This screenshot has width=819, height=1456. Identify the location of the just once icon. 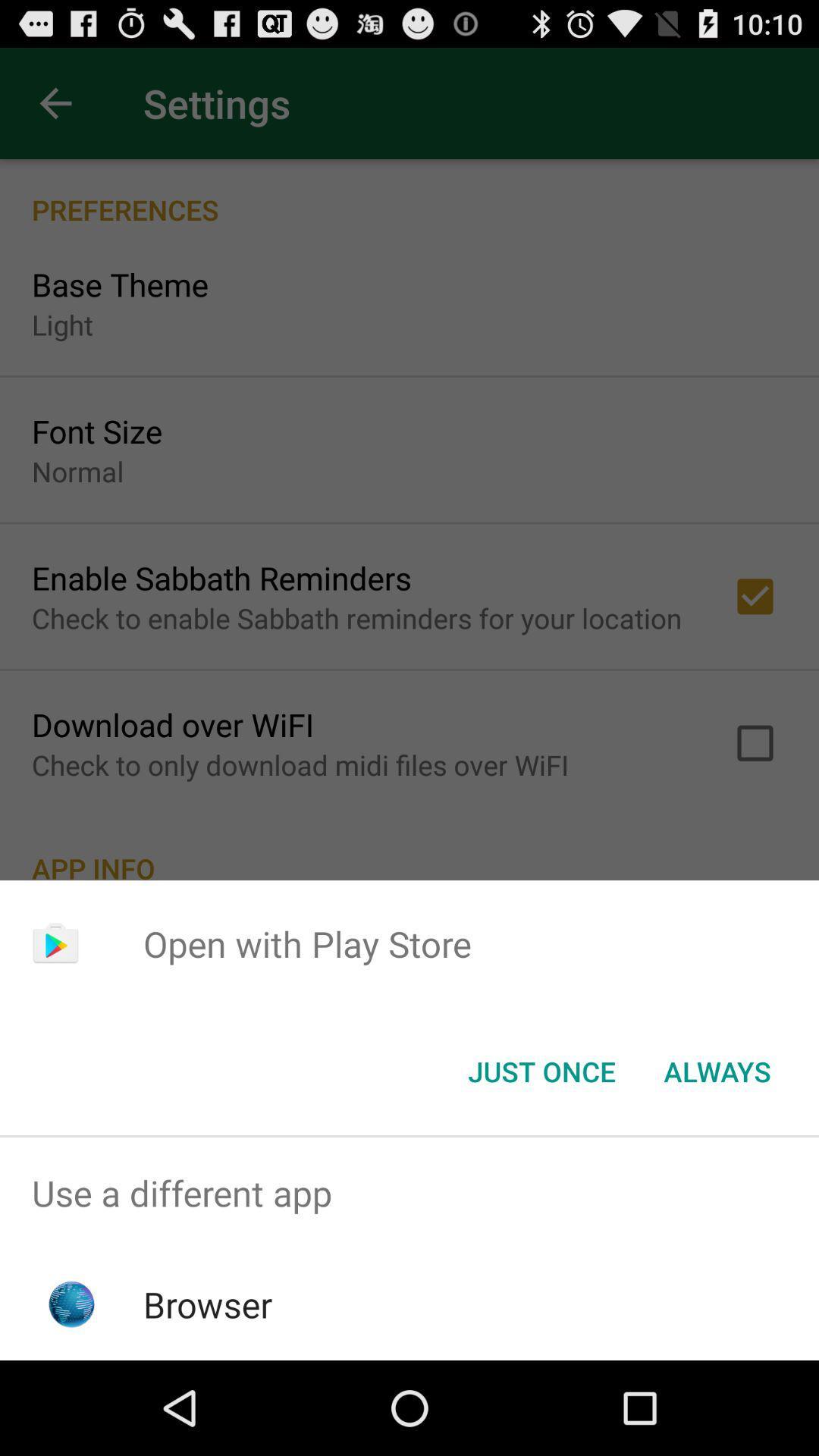
(541, 1070).